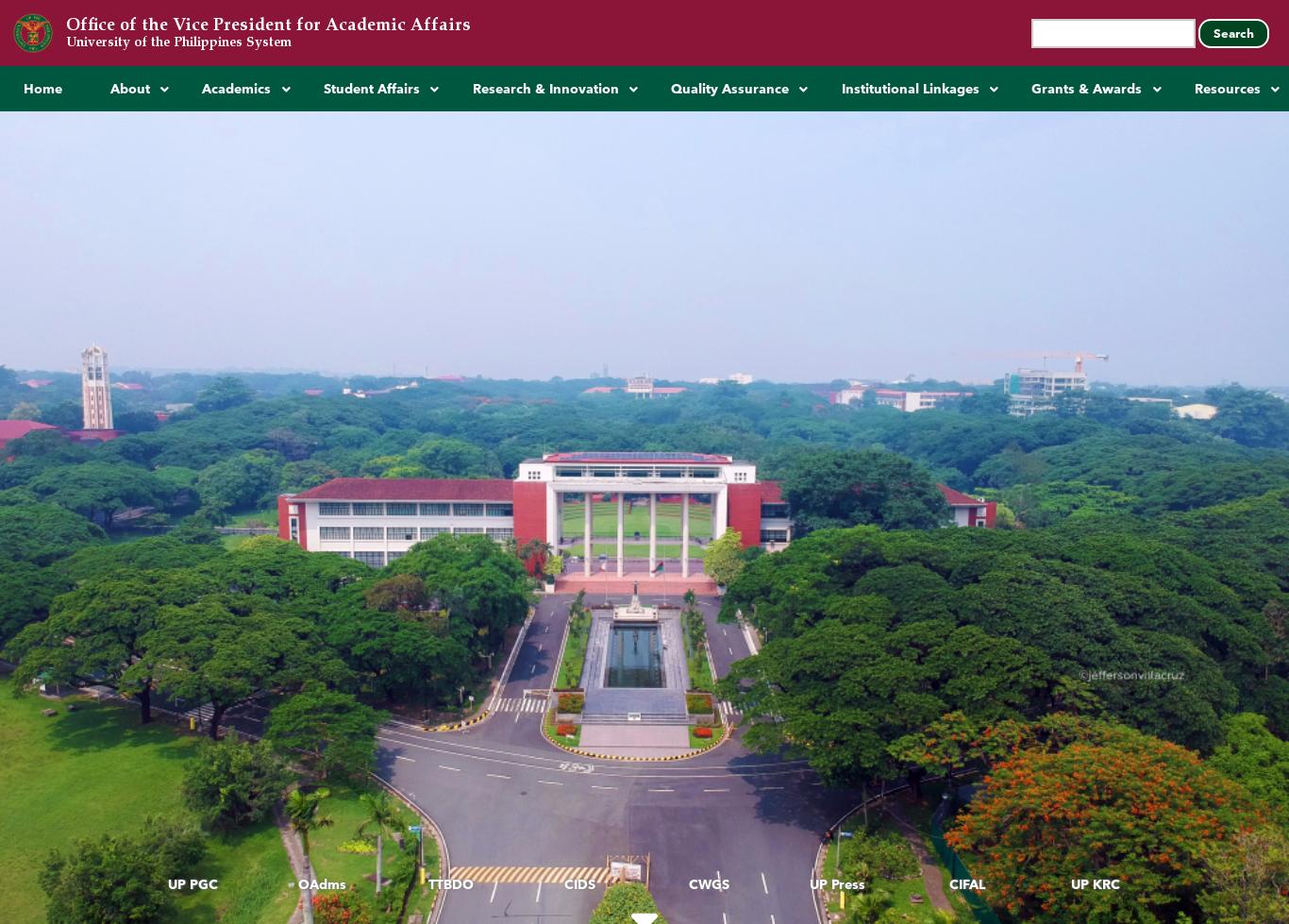  Describe the element at coordinates (965, 883) in the screenshot. I see `'CIFAL'` at that location.